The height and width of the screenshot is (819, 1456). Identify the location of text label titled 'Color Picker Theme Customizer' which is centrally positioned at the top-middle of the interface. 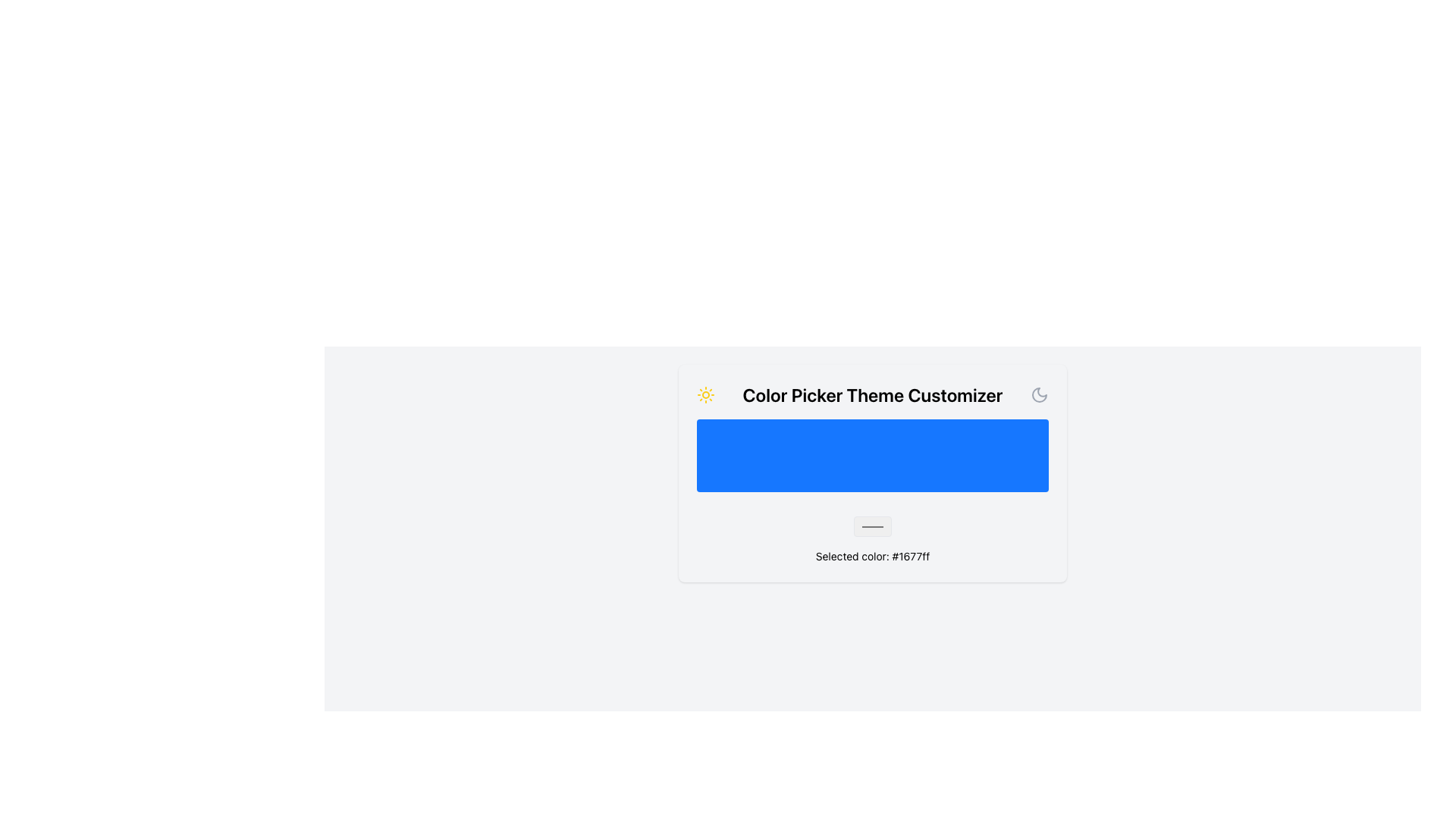
(873, 394).